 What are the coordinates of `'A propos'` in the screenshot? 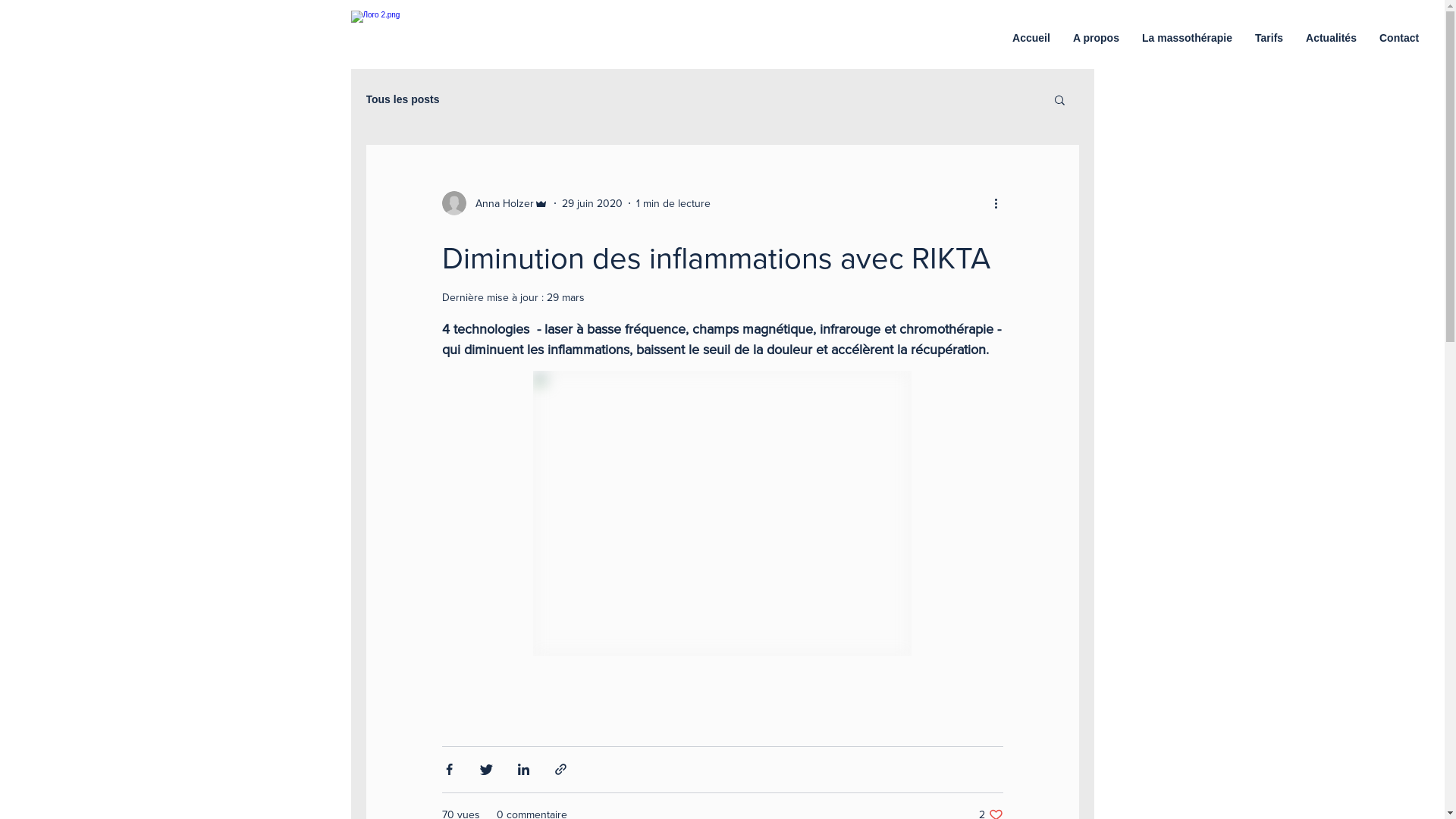 It's located at (1096, 37).